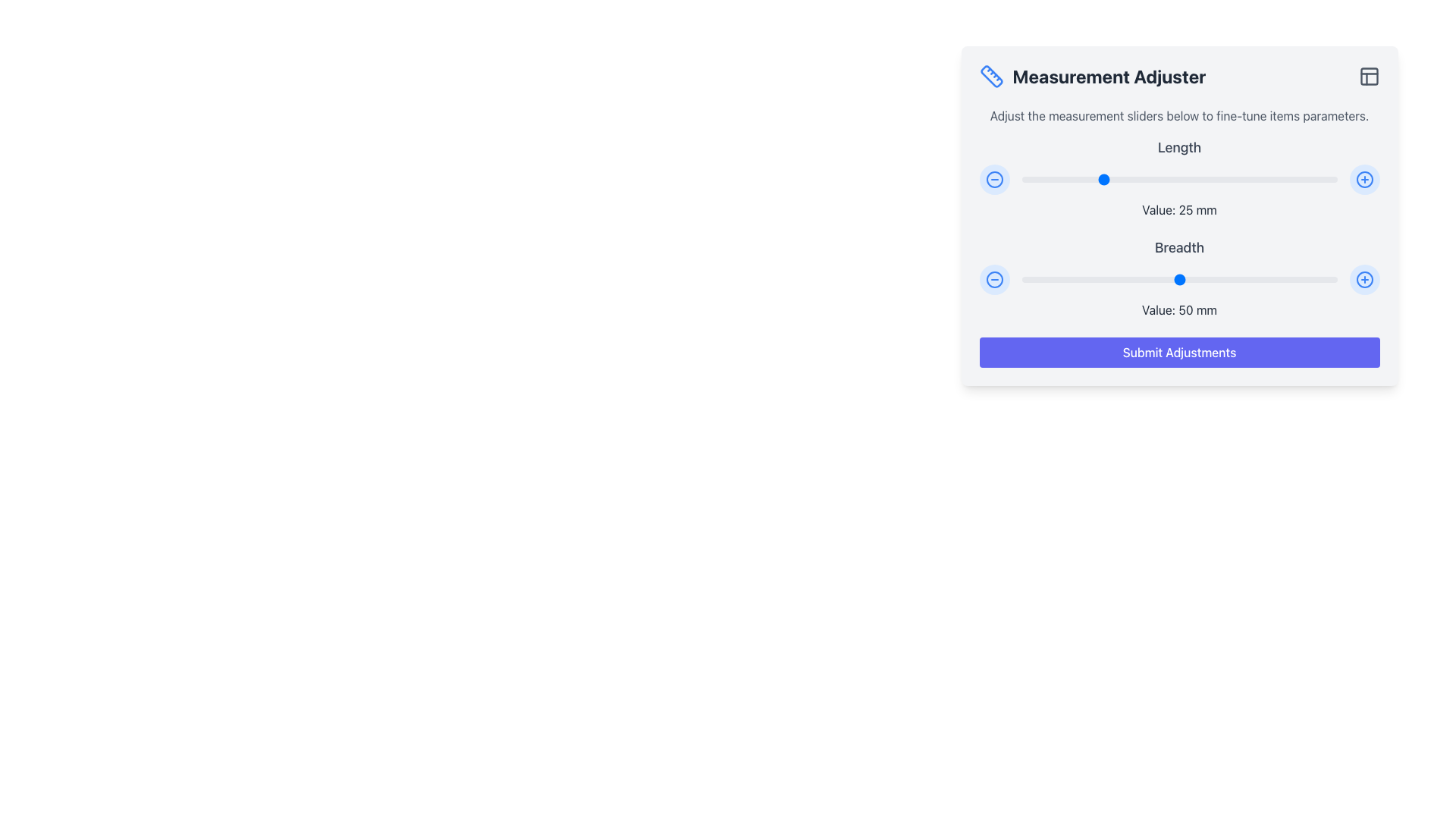 Image resolution: width=1456 pixels, height=819 pixels. I want to click on the length, so click(1078, 178).